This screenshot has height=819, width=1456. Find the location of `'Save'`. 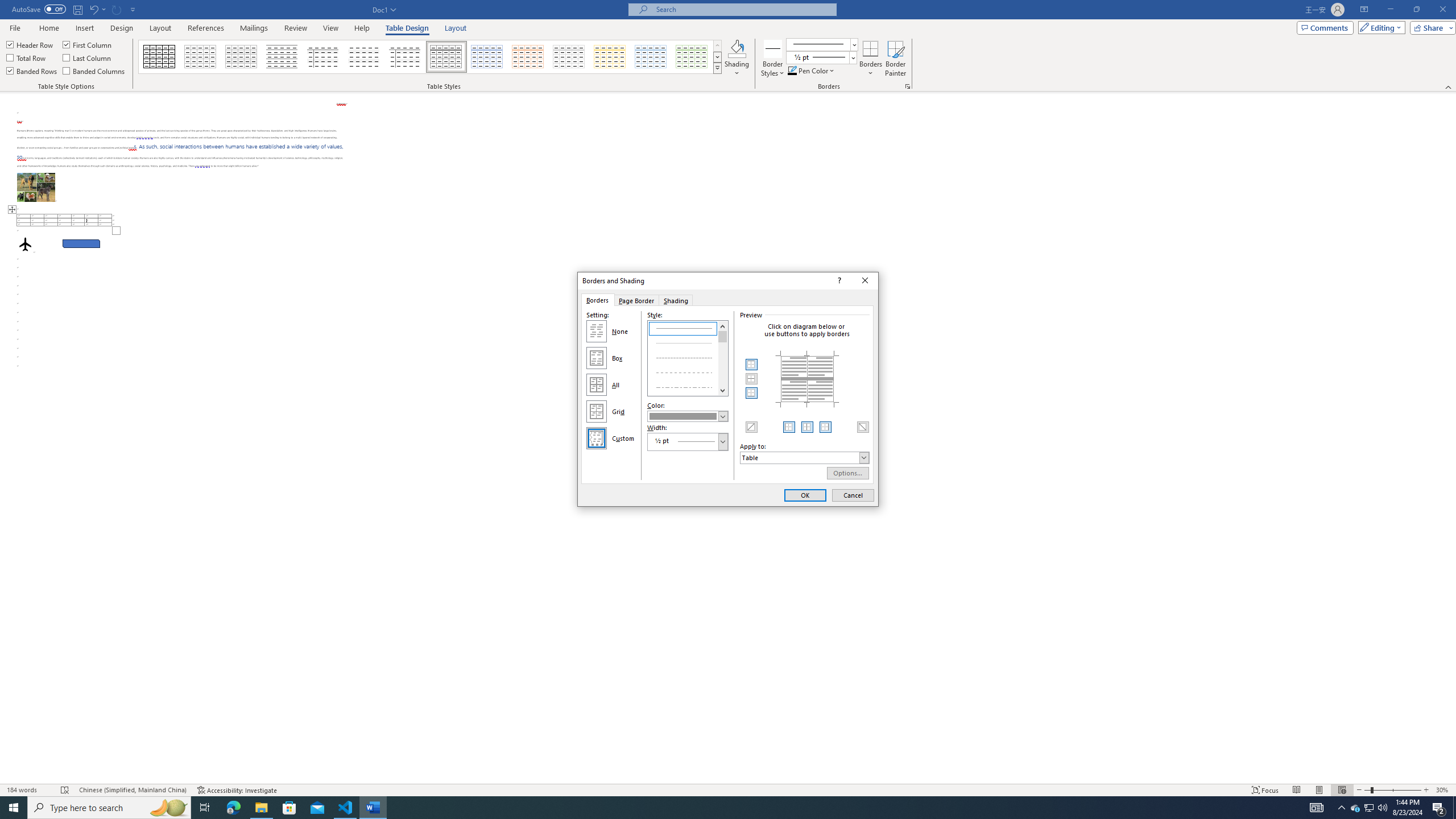

'Save' is located at coordinates (77, 9).